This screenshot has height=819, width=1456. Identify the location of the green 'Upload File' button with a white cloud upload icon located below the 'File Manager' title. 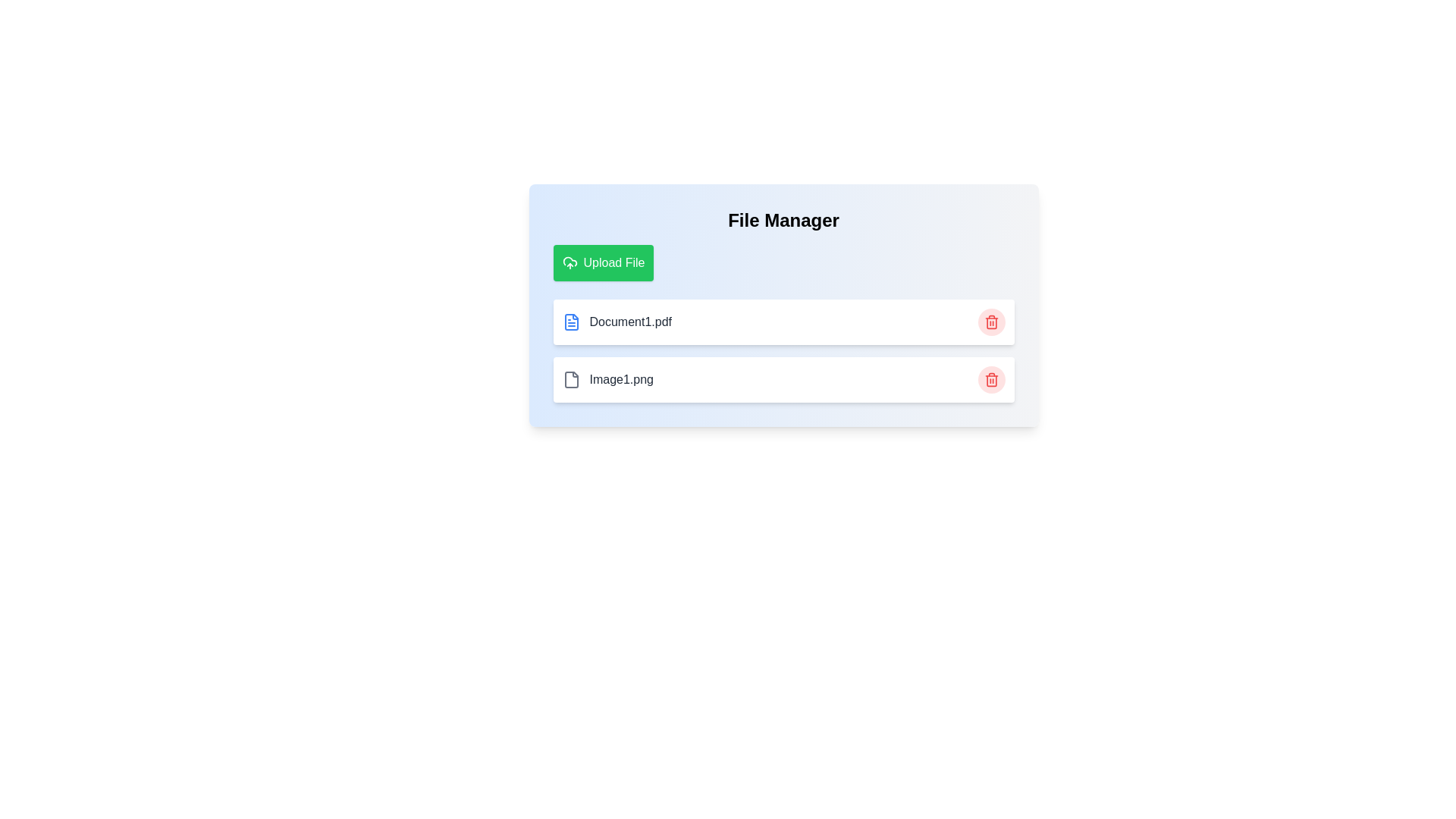
(603, 262).